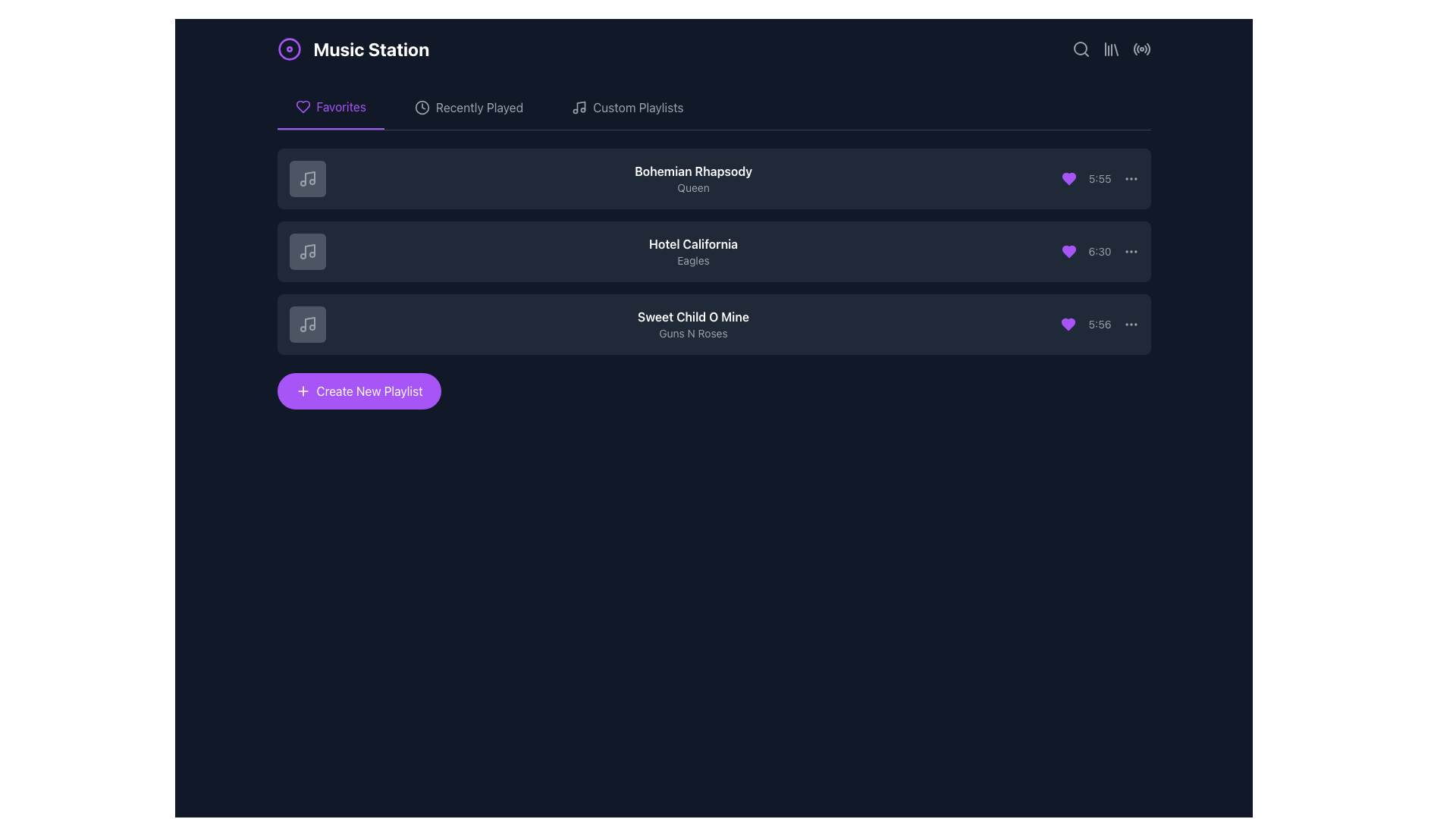  I want to click on the purple filled heart icon located to the left of the time '5:55', so click(1068, 177).